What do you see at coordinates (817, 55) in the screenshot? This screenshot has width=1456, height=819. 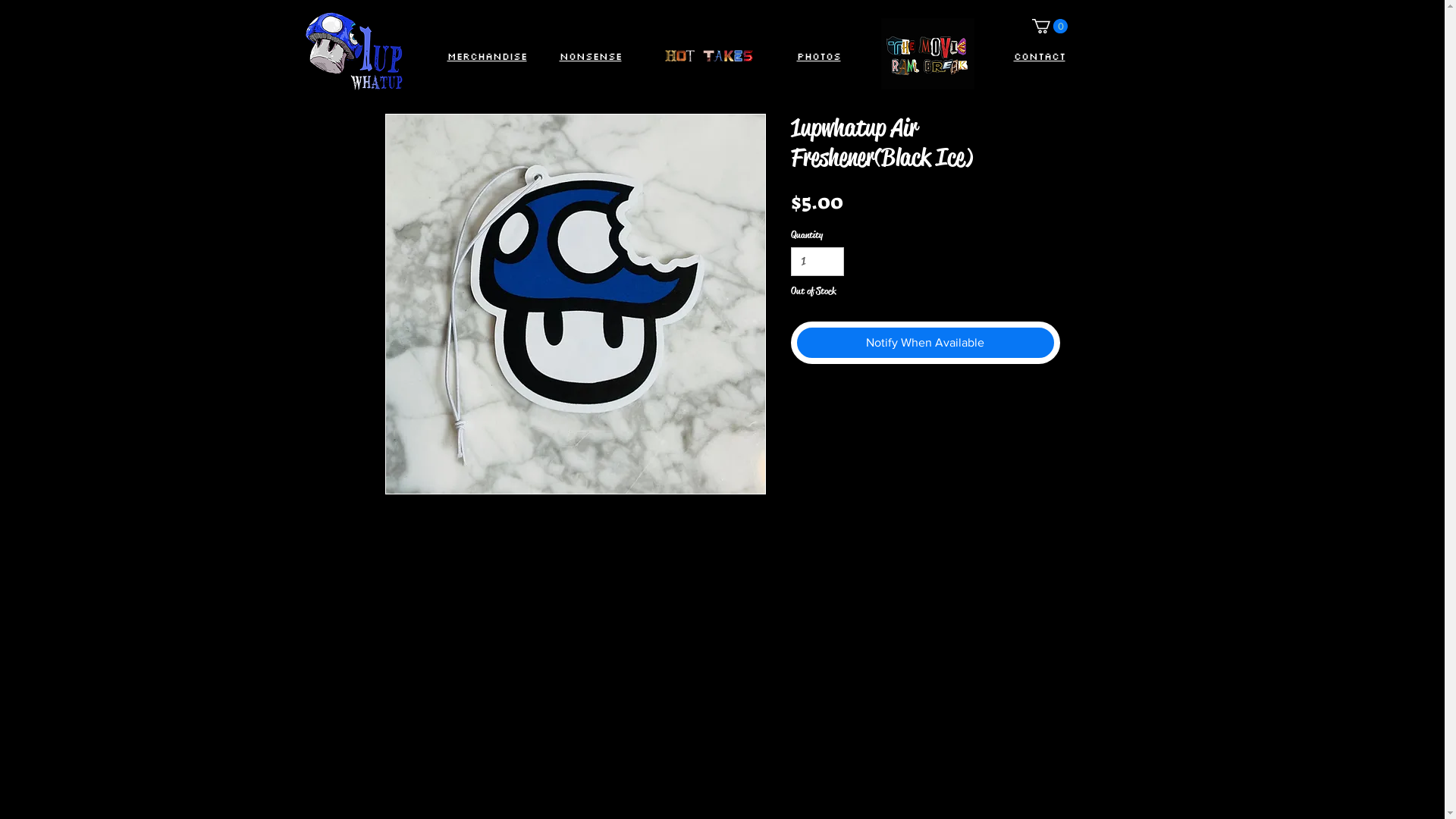 I see `'Photos'` at bounding box center [817, 55].